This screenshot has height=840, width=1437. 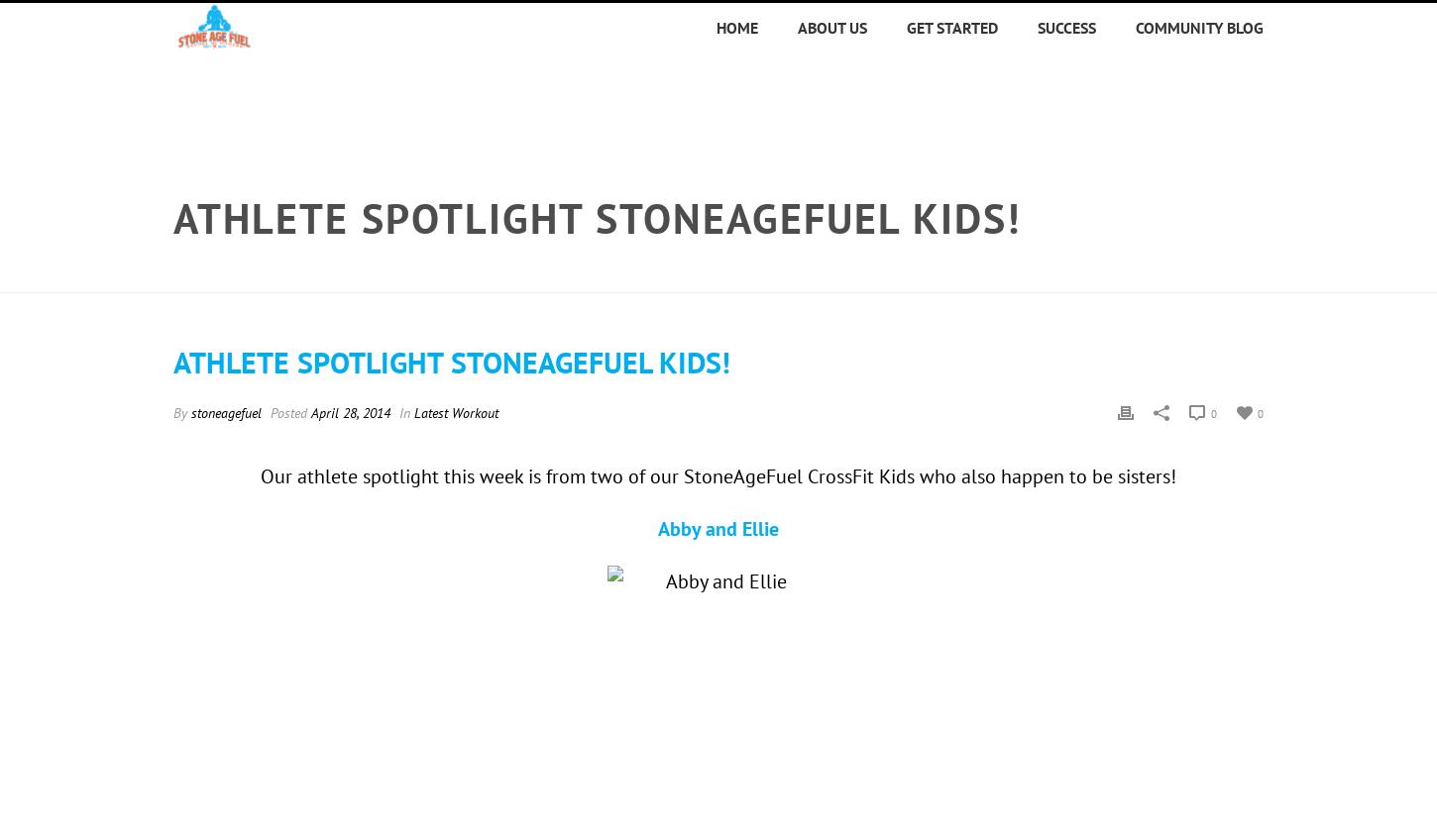 What do you see at coordinates (311, 412) in the screenshot?
I see `'April 28, 2014'` at bounding box center [311, 412].